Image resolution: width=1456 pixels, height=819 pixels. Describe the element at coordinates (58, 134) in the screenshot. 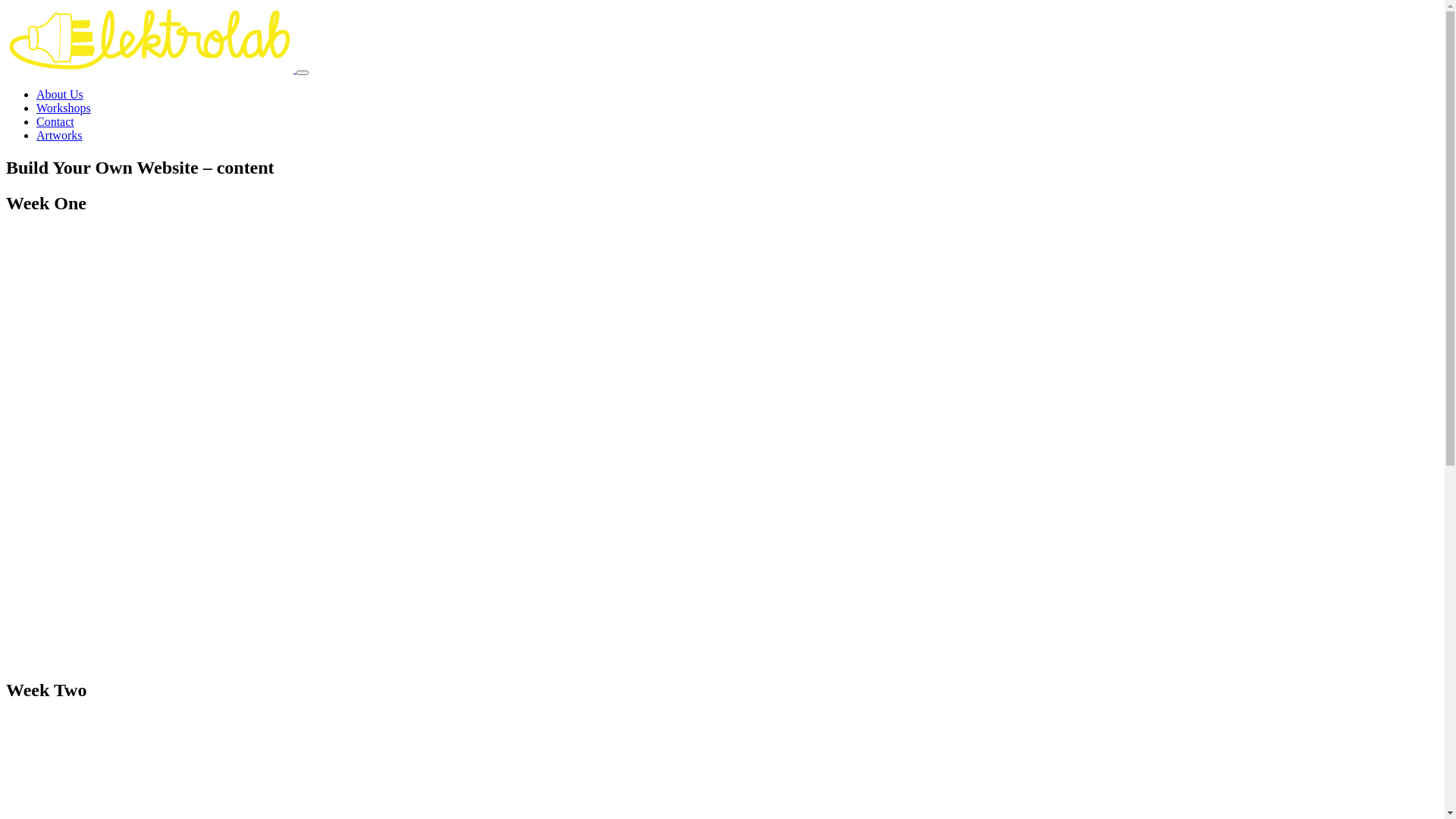

I see `'Artworks'` at that location.